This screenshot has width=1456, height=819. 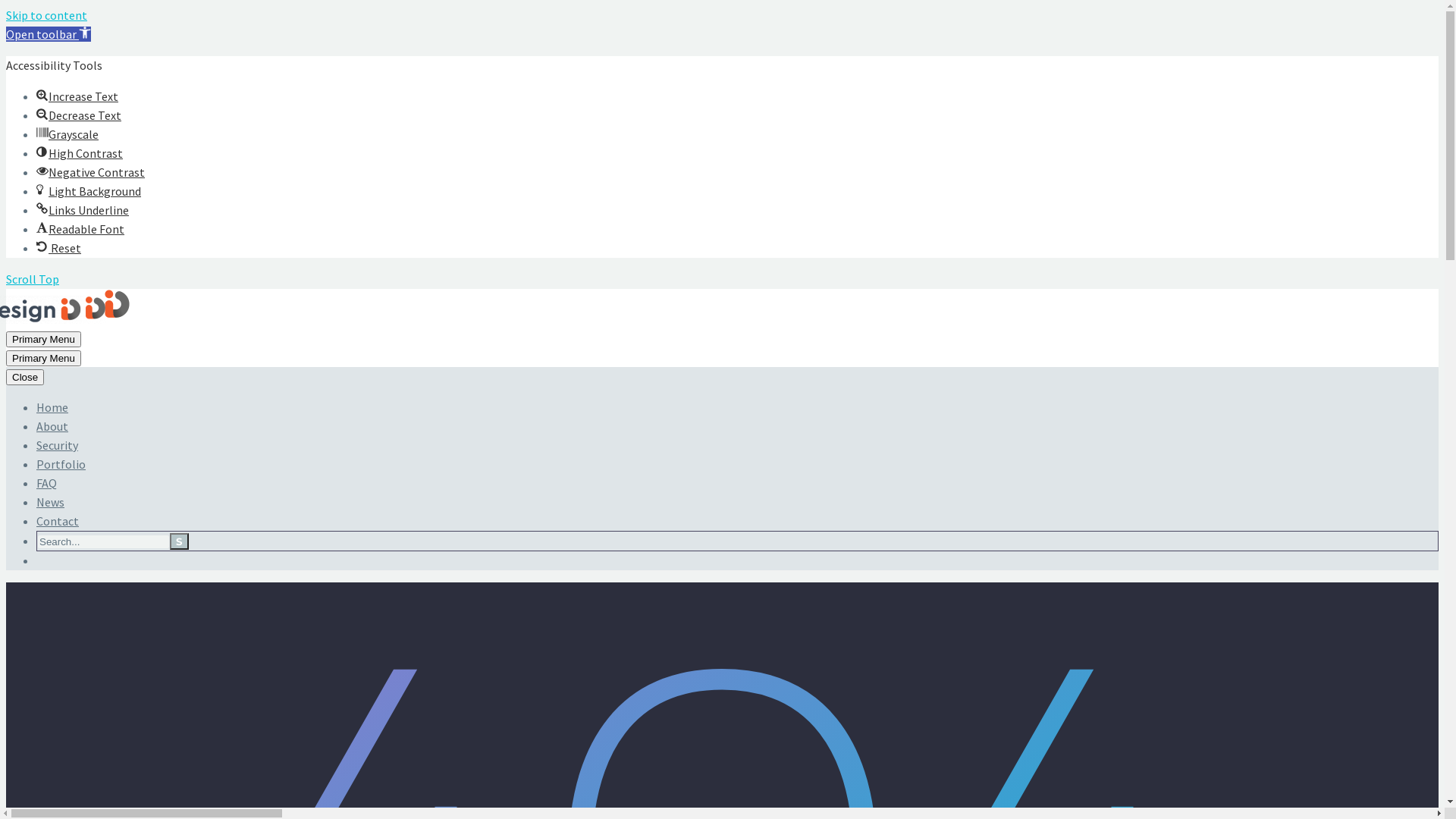 What do you see at coordinates (48, 34) in the screenshot?
I see `'Open toolbar Accessibility Tools'` at bounding box center [48, 34].